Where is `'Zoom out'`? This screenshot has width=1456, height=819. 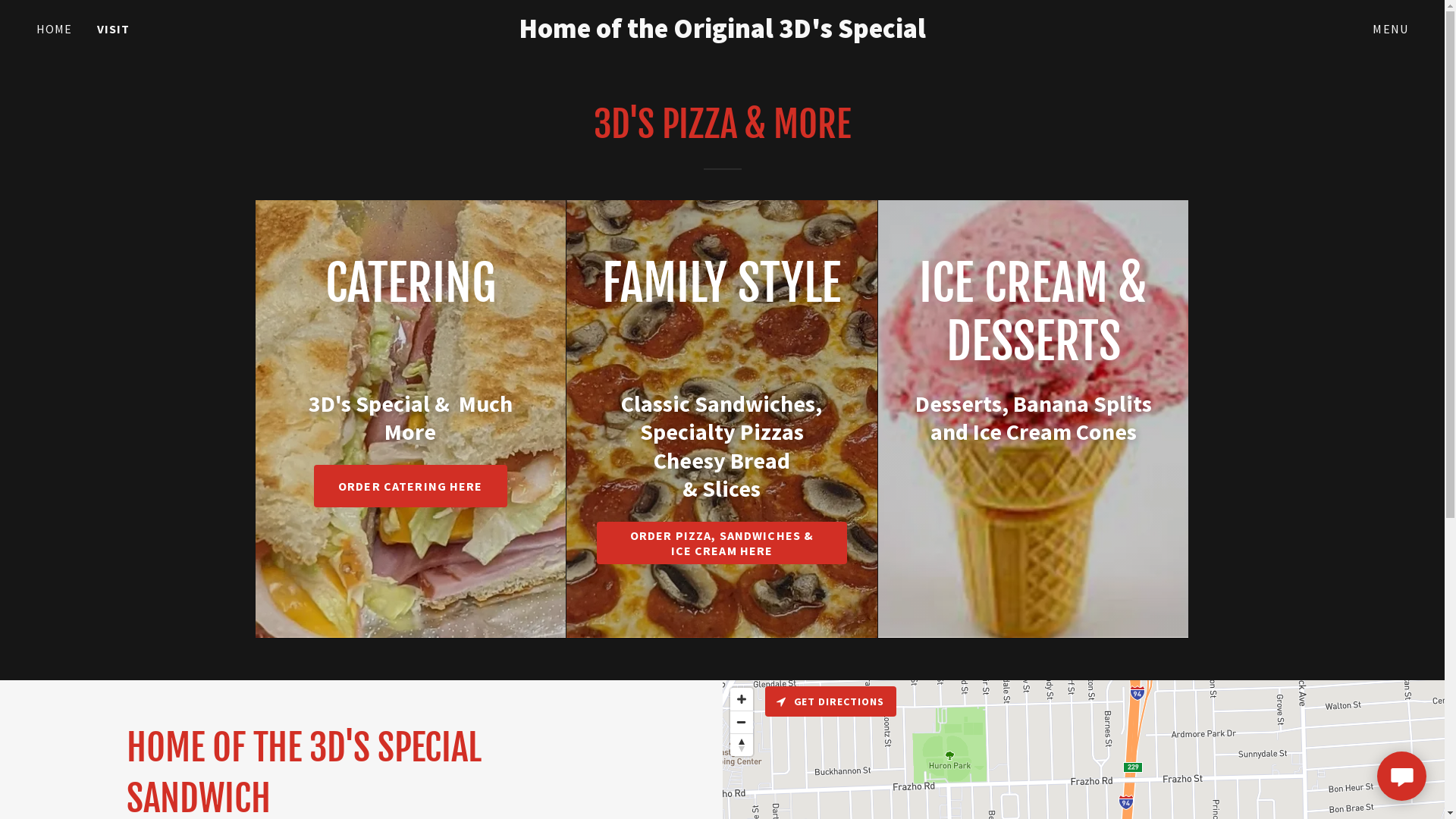 'Zoom out' is located at coordinates (741, 721).